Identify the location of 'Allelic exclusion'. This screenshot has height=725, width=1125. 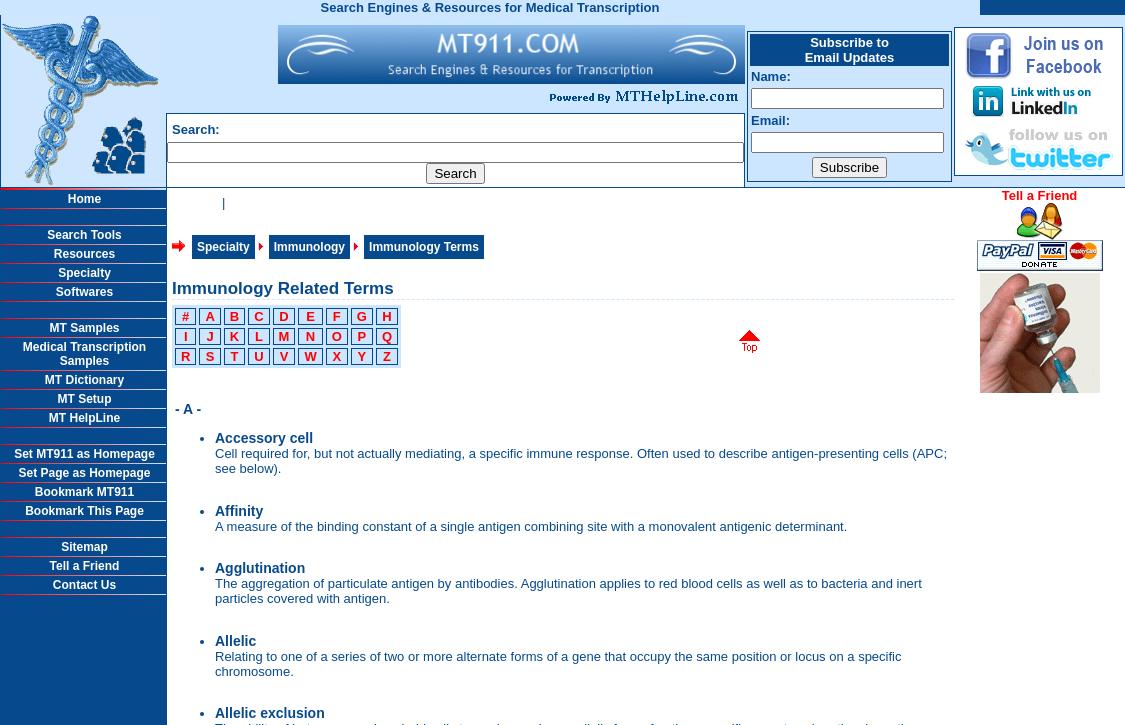
(268, 711).